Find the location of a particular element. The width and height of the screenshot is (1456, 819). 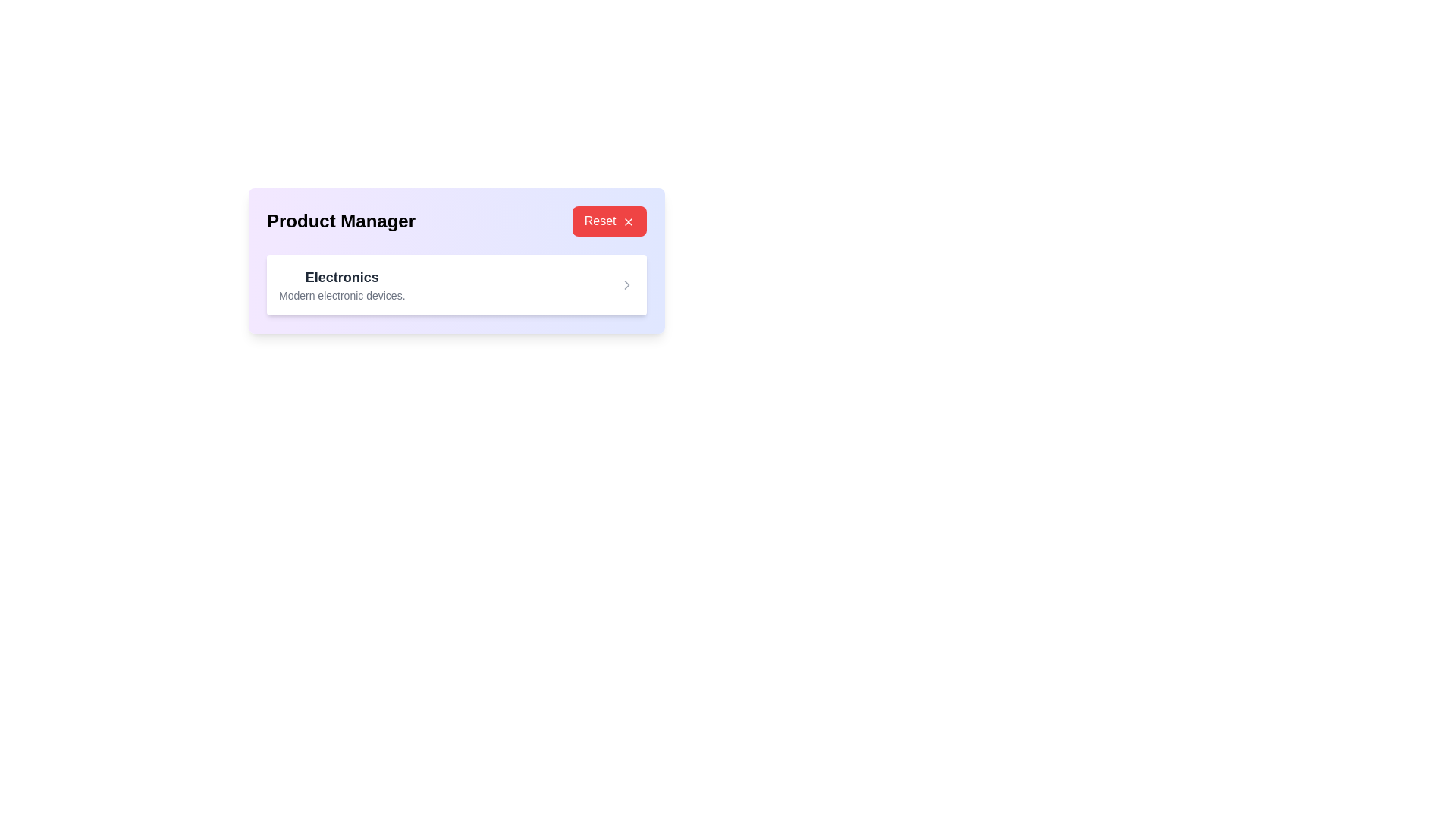

the text label that serves as the title for the 'Product Manager' section, located mid-right in the interface, which is the first line above 'Modern electronic devices.' is located at coordinates (341, 278).